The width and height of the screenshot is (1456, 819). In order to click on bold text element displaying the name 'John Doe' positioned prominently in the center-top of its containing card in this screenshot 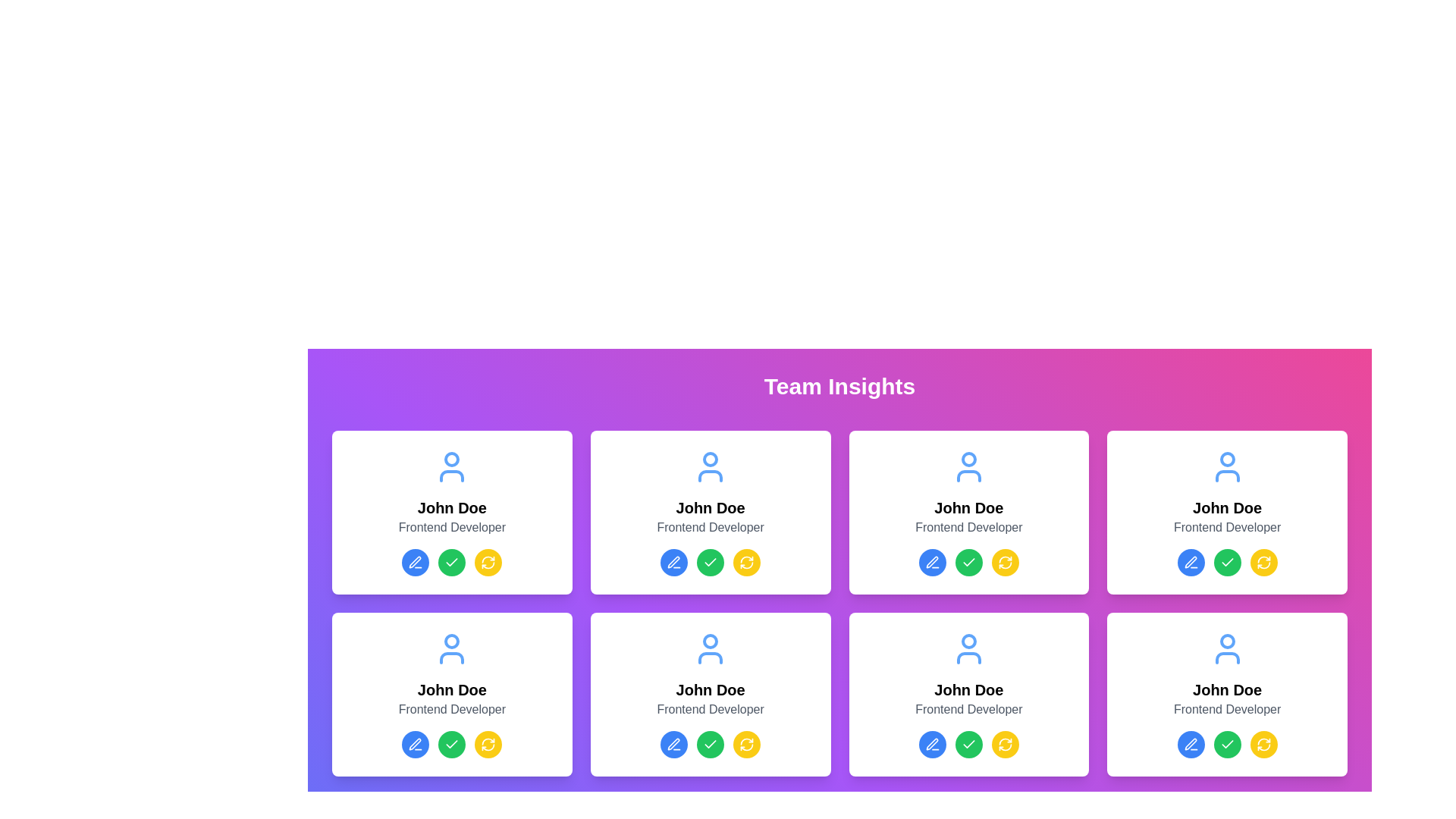, I will do `click(968, 508)`.